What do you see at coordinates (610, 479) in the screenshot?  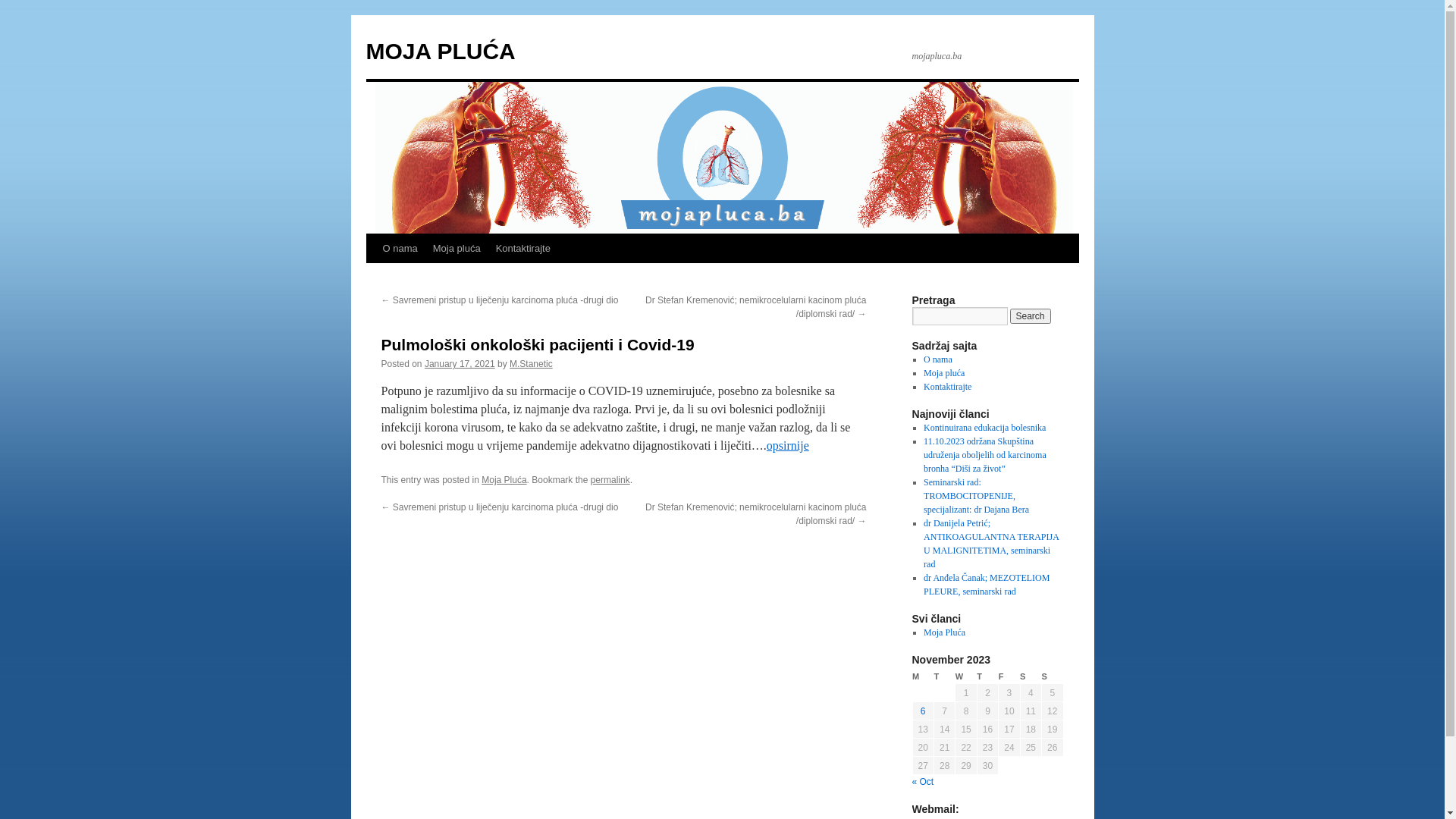 I see `'permalink'` at bounding box center [610, 479].